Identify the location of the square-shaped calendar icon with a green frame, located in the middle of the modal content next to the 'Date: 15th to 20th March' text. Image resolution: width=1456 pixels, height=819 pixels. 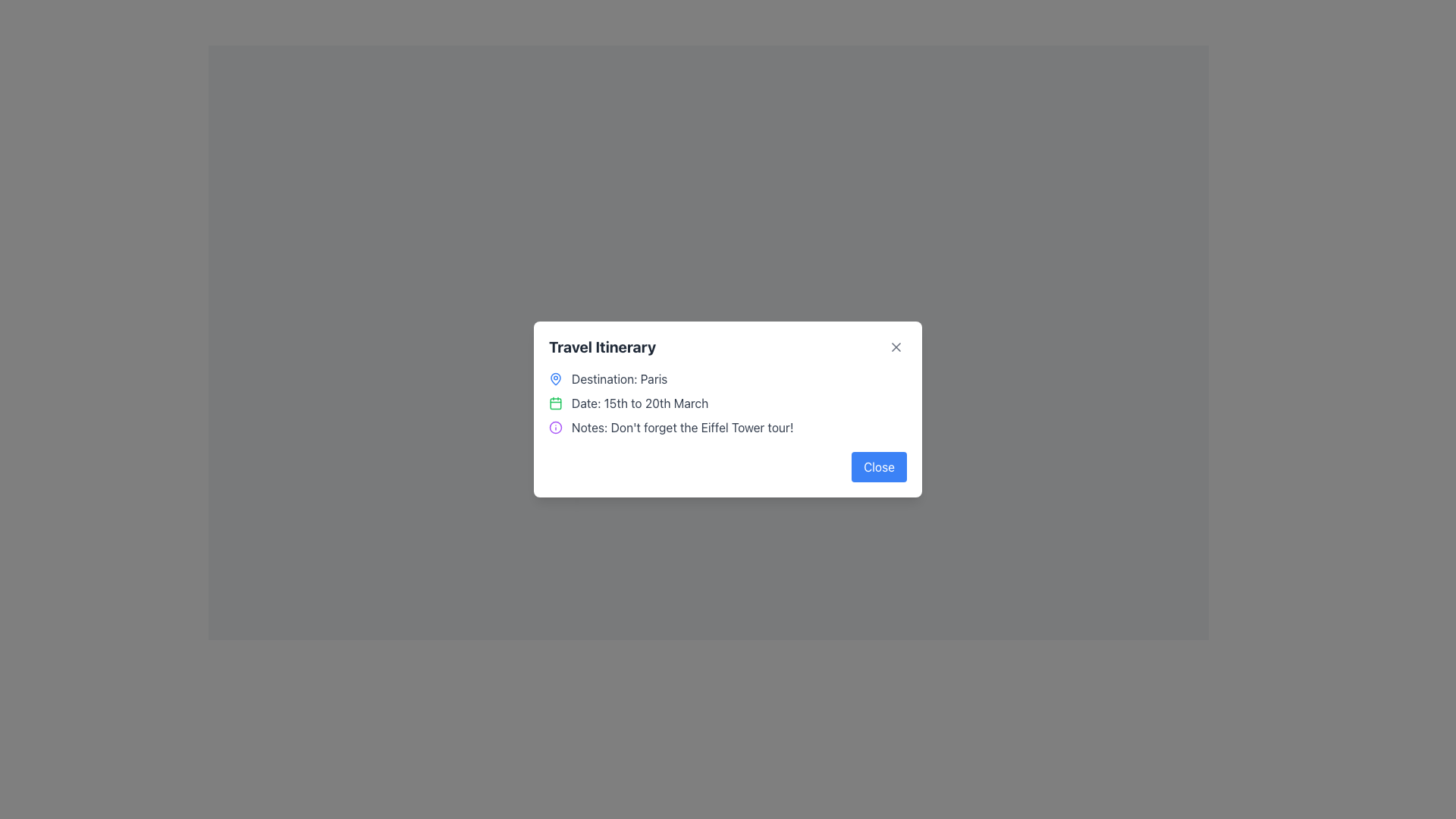
(555, 403).